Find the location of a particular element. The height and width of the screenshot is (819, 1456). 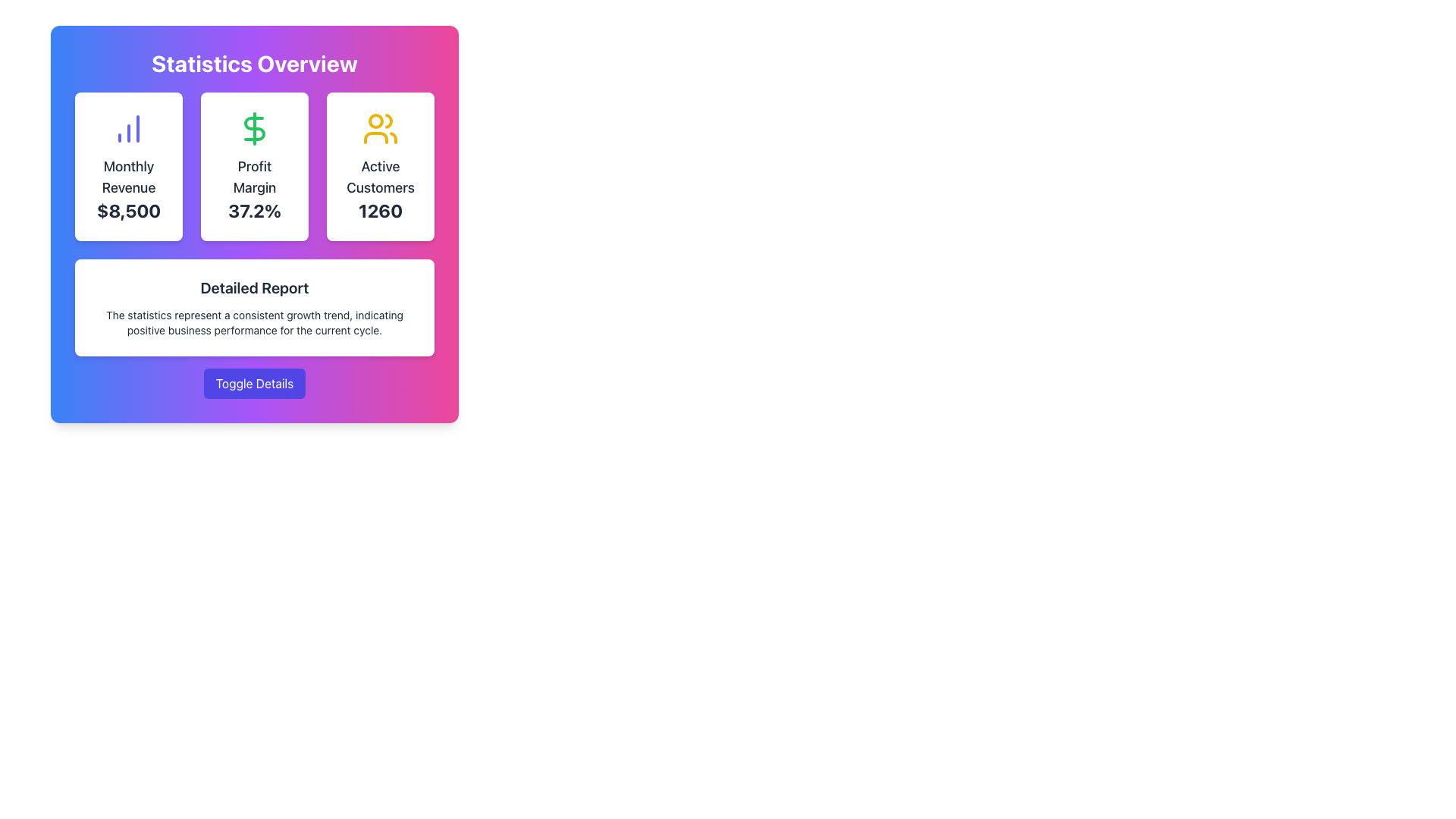

the paragraph text element that conveys a message about a consistent growth trend and positive business performance, located under the 'Detailed Report' heading is located at coordinates (255, 322).